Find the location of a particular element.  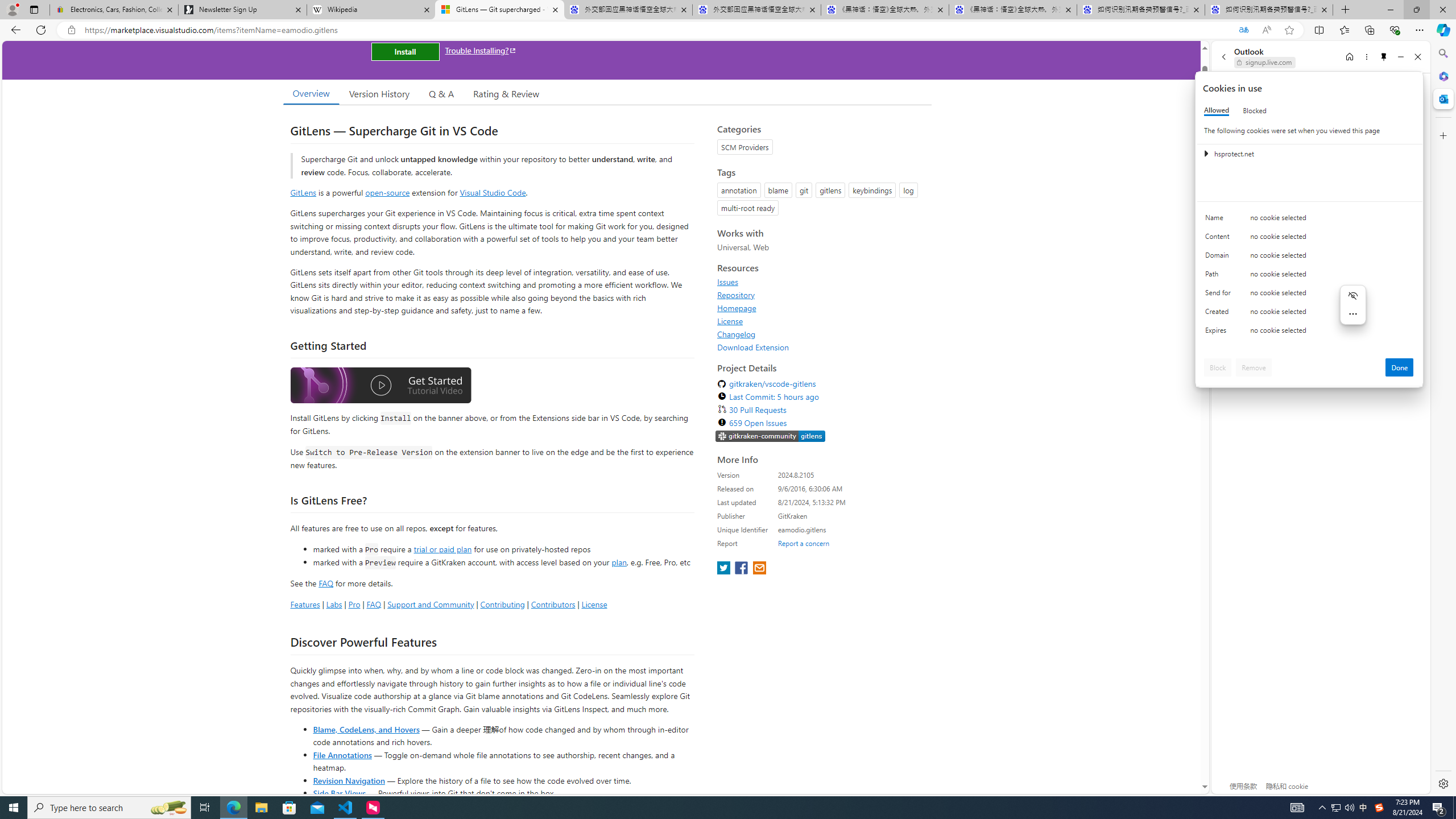

'Class: c0153 c0157' is located at coordinates (1309, 333).